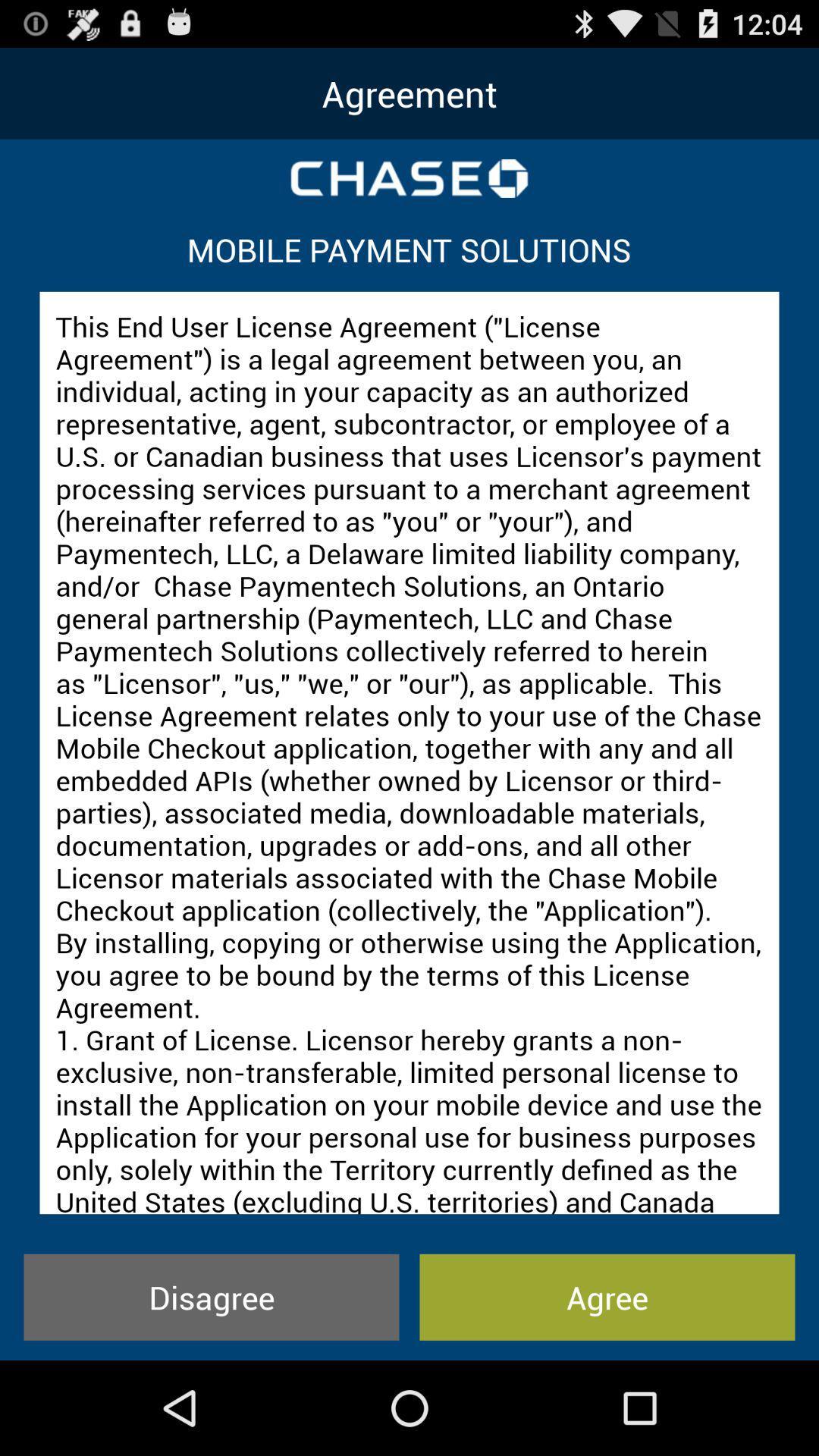 Image resolution: width=819 pixels, height=1456 pixels. Describe the element at coordinates (211, 1296) in the screenshot. I see `item below the this end user icon` at that location.